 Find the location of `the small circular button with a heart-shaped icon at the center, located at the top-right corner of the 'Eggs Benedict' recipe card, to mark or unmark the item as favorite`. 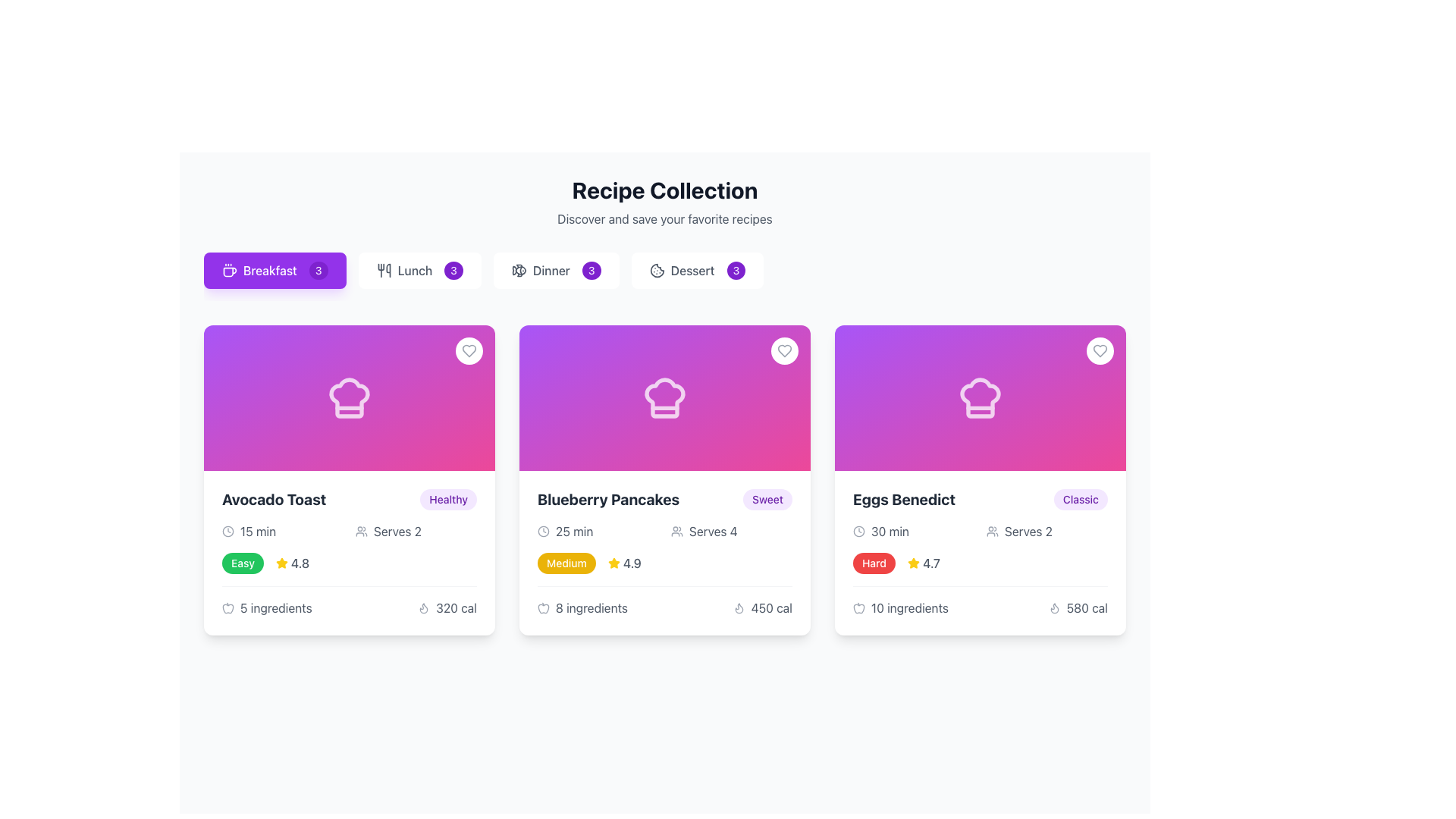

the small circular button with a heart-shaped icon at the center, located at the top-right corner of the 'Eggs Benedict' recipe card, to mark or unmark the item as favorite is located at coordinates (1100, 350).